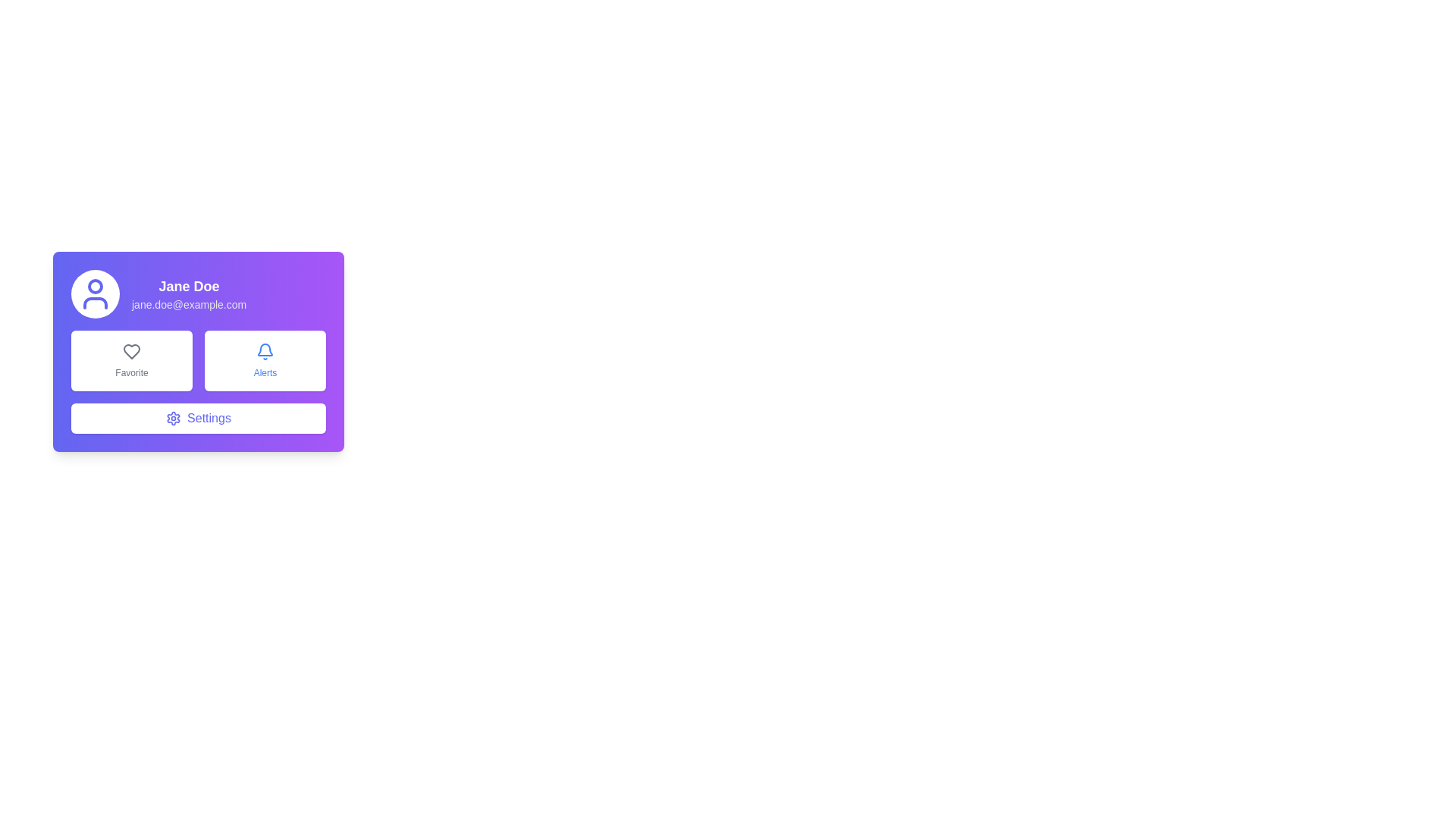  I want to click on the settings icon, which is a gear symbol located above the 'Settings' label in the bottom portion of the card-like interface, so click(174, 418).